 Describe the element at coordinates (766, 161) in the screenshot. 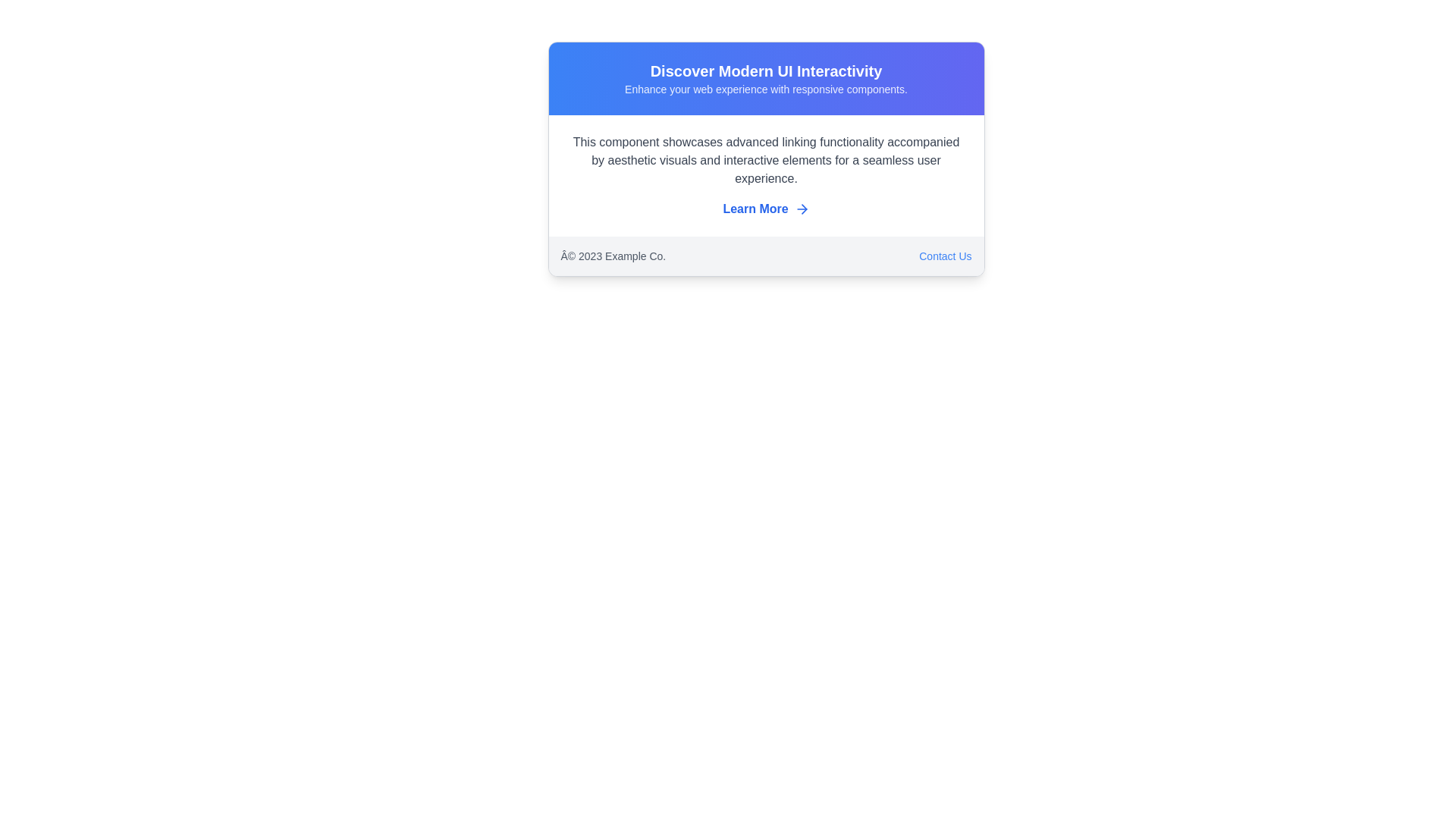

I see `the uppermost Text block that describes advanced linking functionality, which is styled in dark gray (#gray-700) and positioned above the 'Learn More' hyperlink` at that location.